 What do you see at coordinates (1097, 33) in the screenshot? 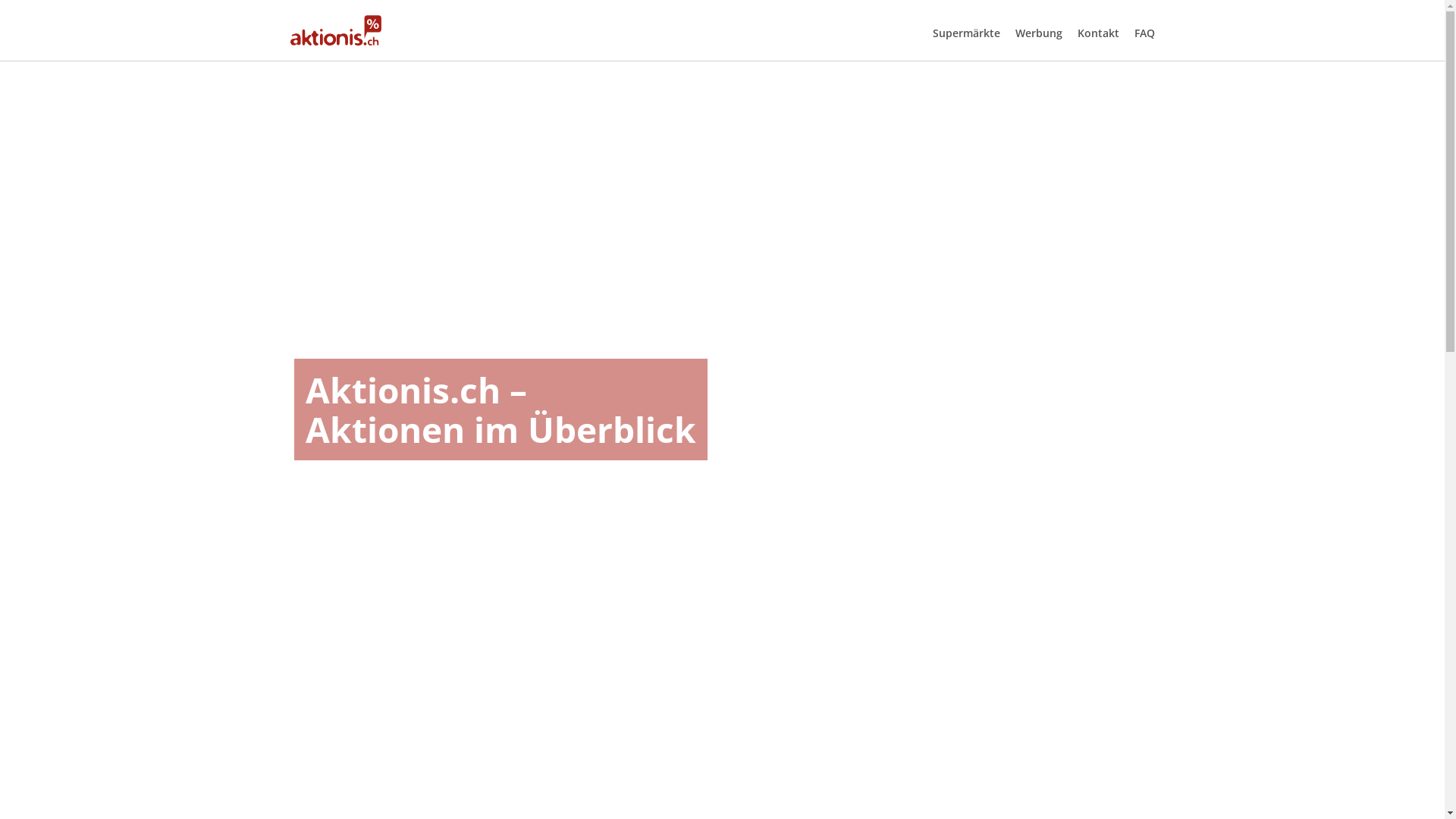
I see `'Kontakt'` at bounding box center [1097, 33].